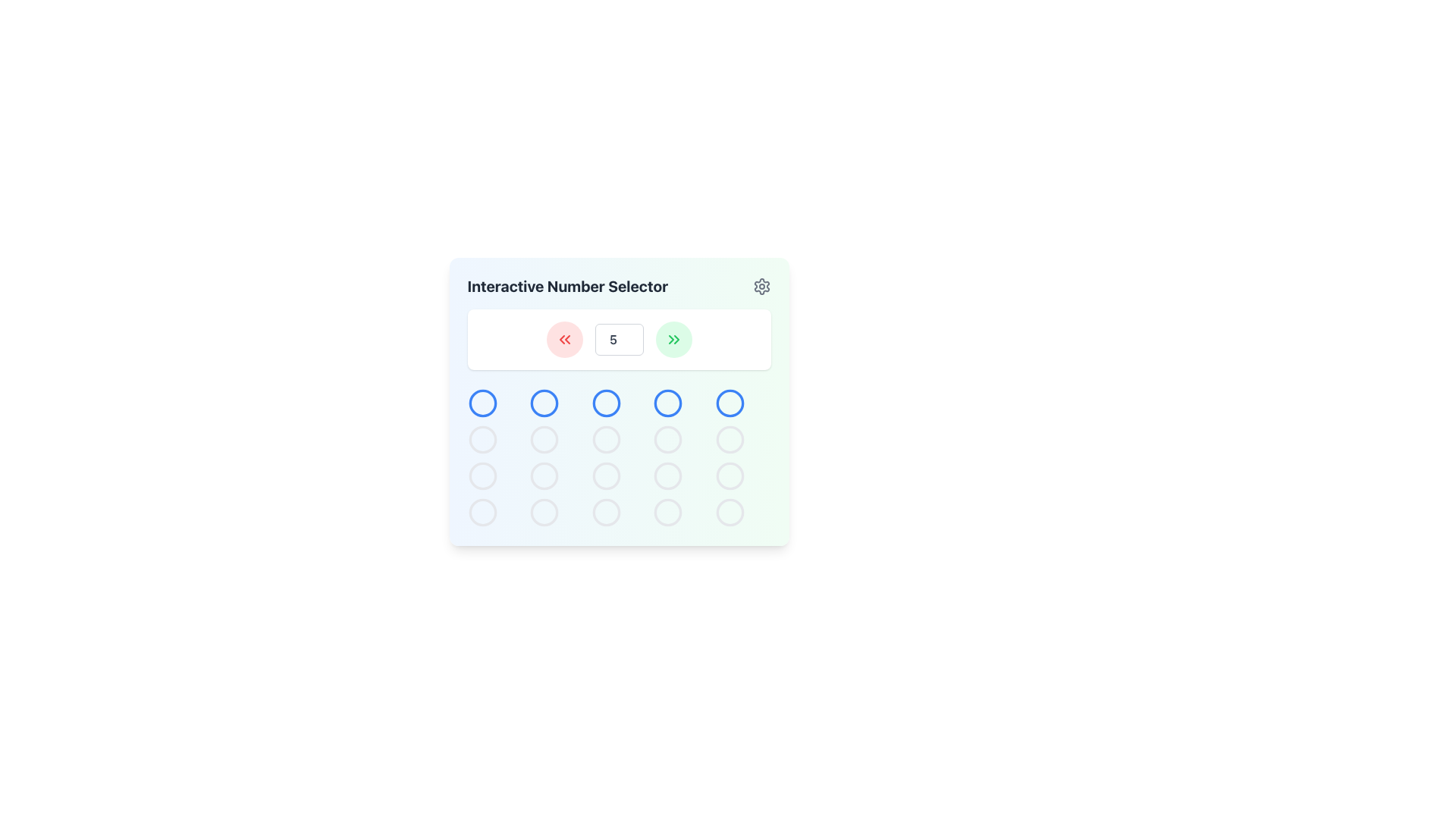  Describe the element at coordinates (730, 439) in the screenshot. I see `the circular visual marker located in the bottom-right corner of the grid layout` at that location.